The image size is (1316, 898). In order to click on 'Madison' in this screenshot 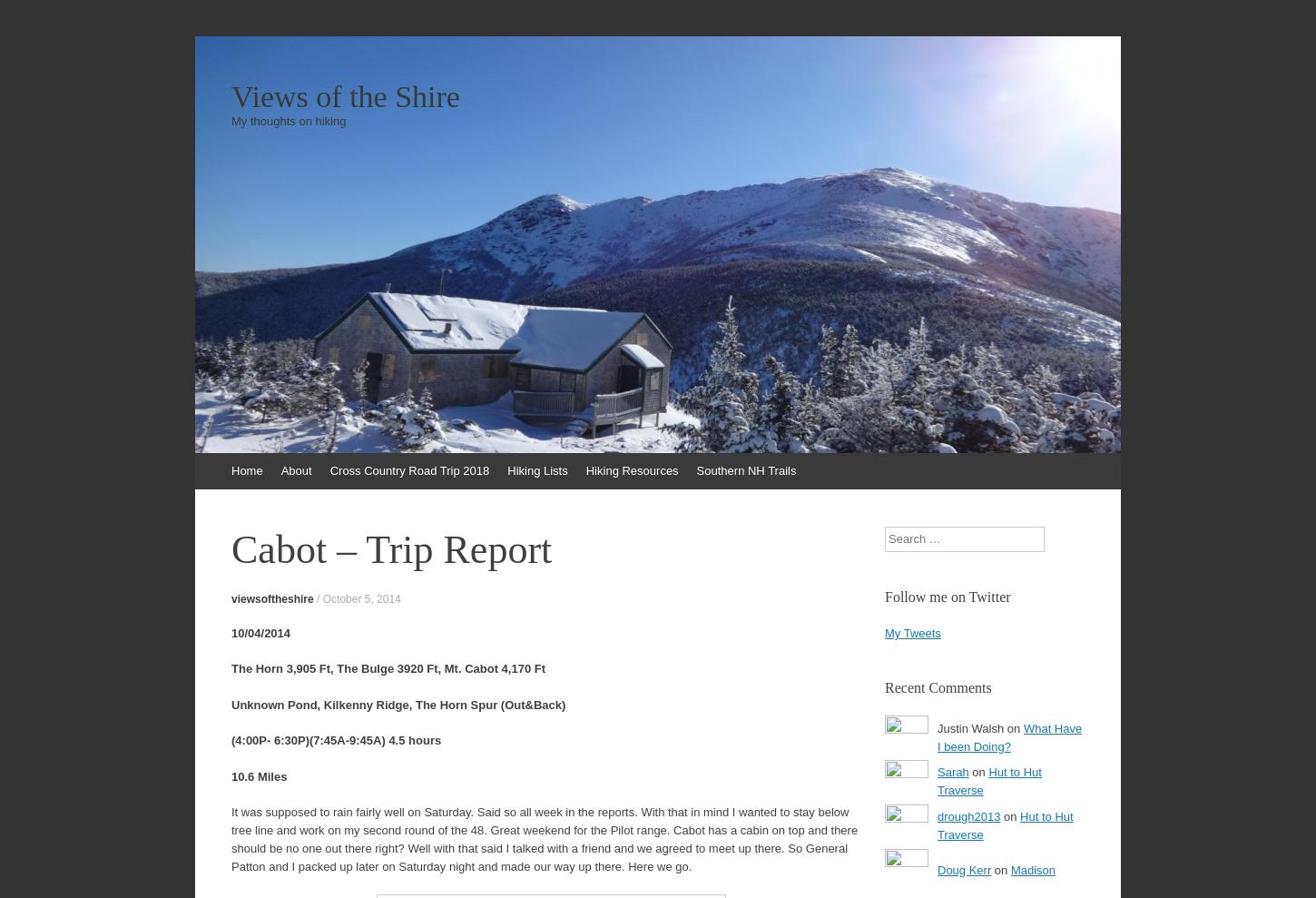, I will do `click(1031, 869)`.